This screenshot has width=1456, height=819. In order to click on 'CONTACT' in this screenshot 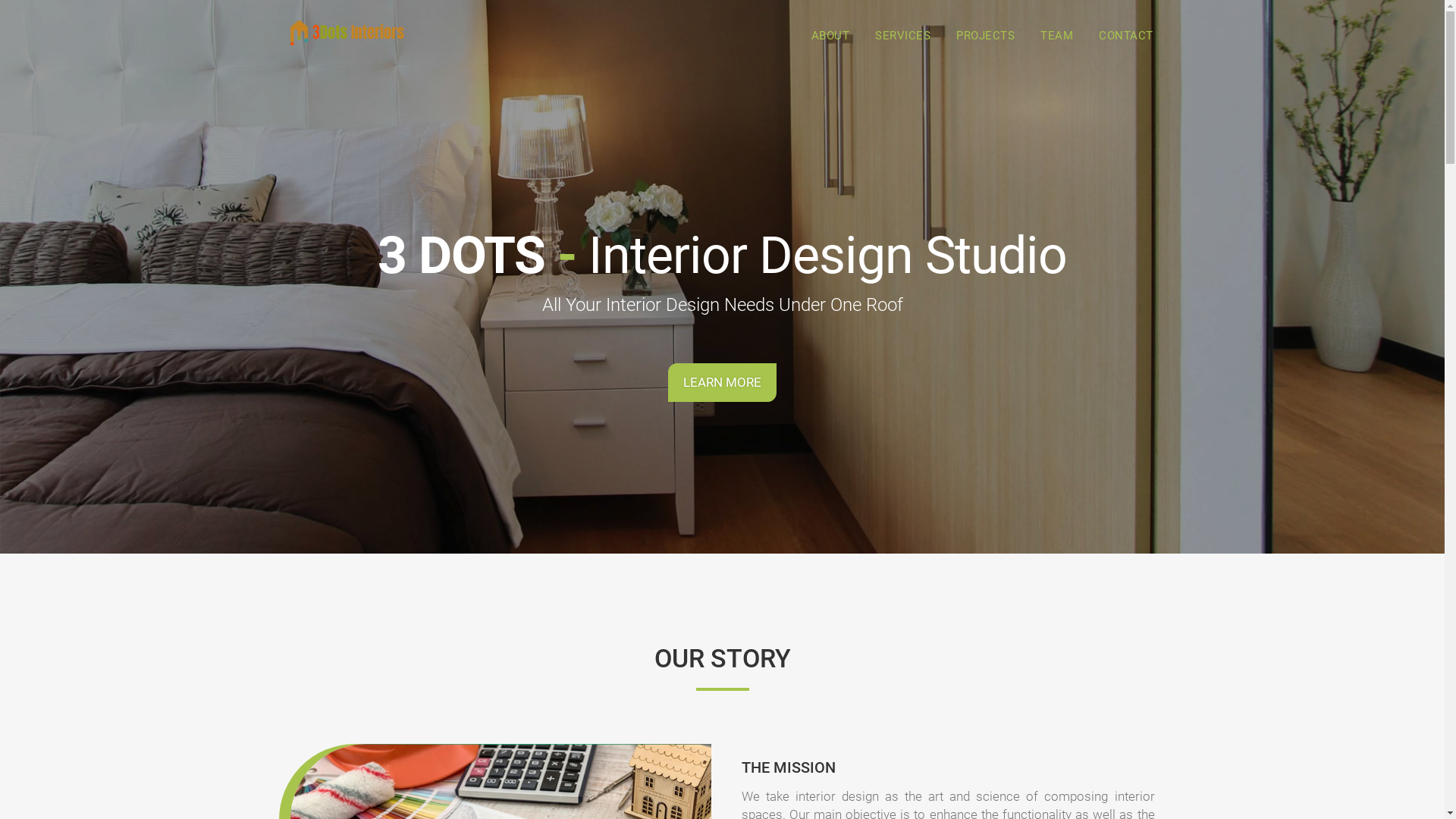, I will do `click(1125, 34)`.